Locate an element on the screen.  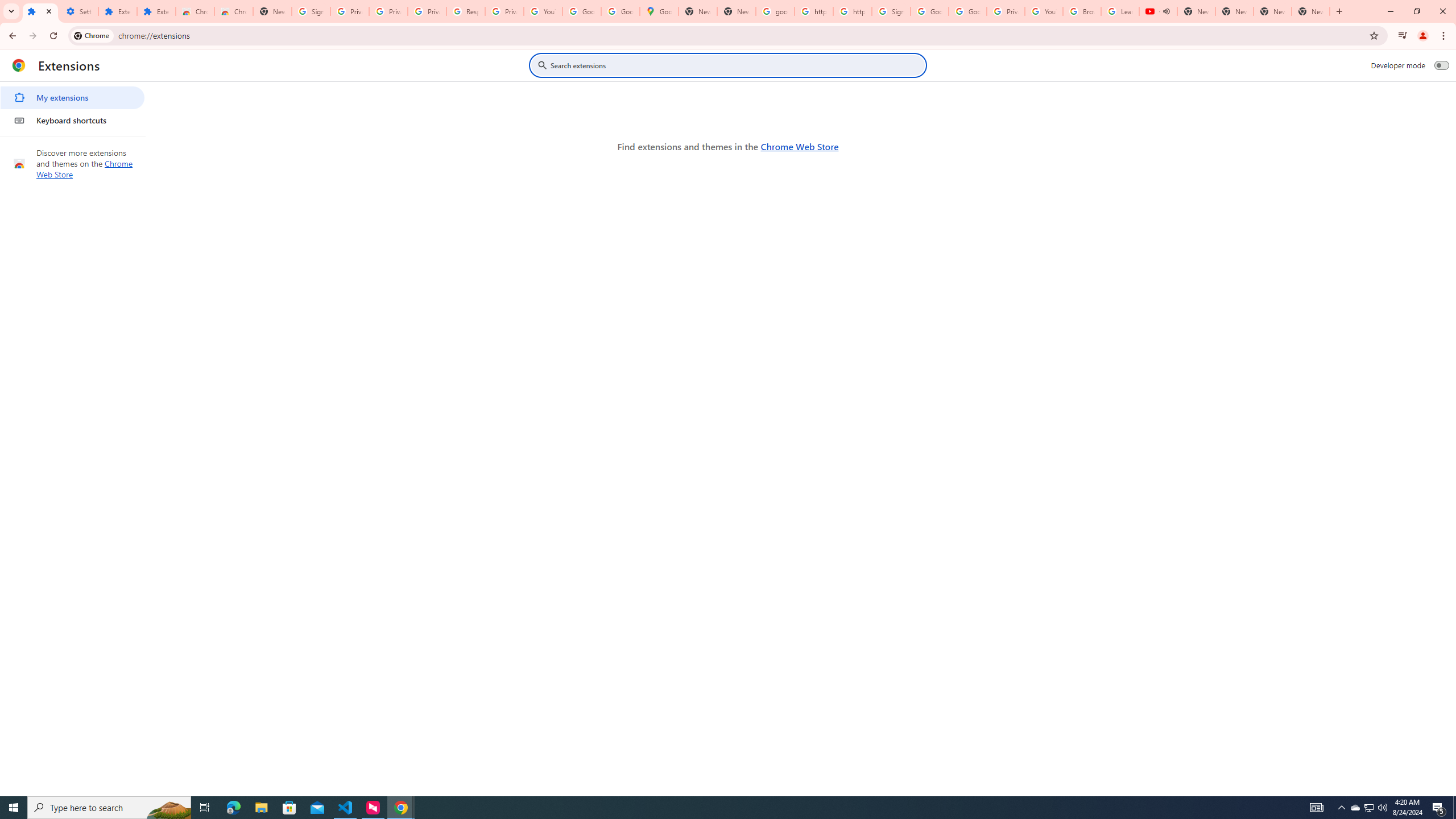
'Keyboard shortcuts' is located at coordinates (72, 119).